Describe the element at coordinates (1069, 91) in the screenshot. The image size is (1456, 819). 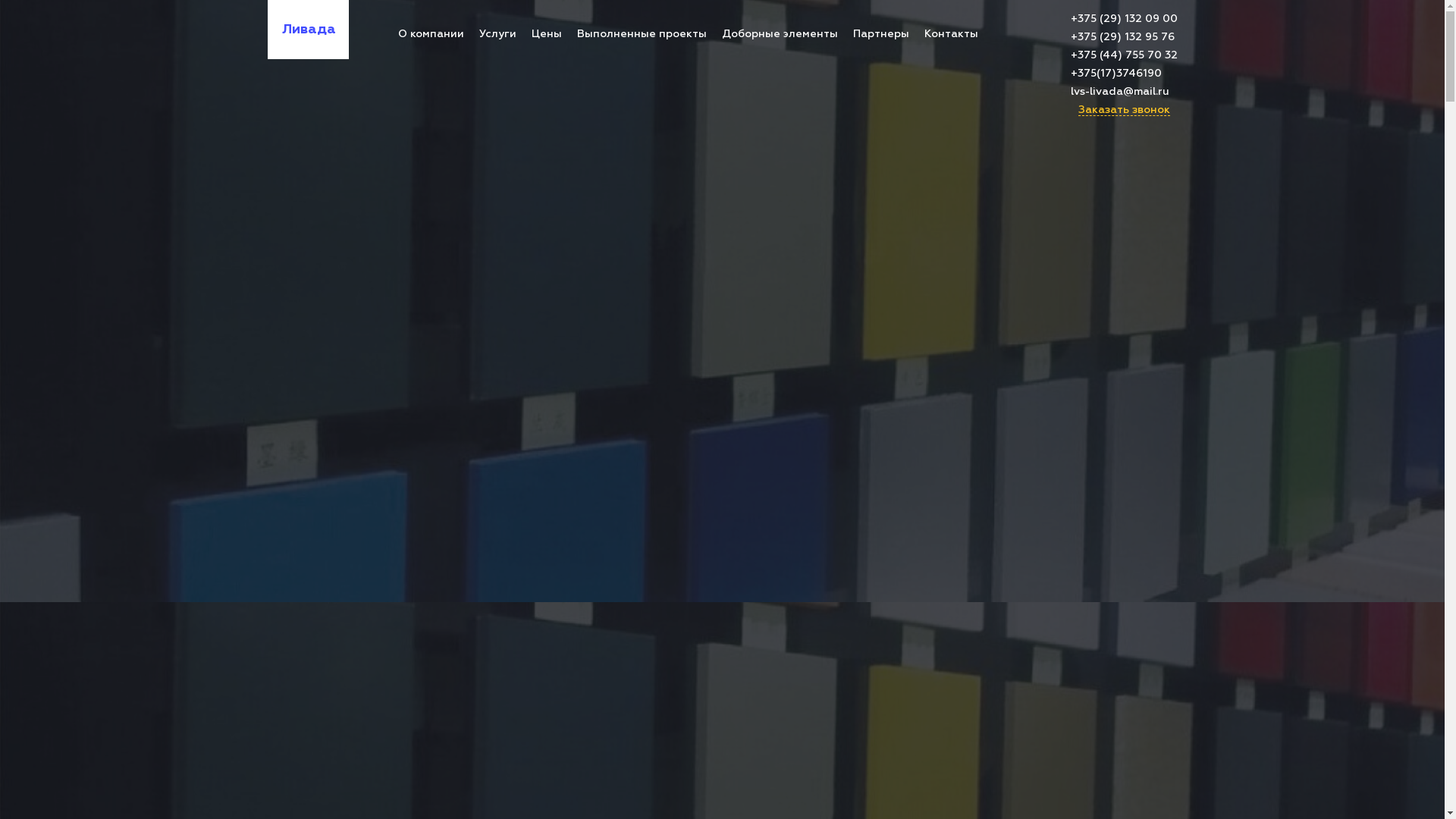
I see `'lvs-livada@mail.ru'` at that location.